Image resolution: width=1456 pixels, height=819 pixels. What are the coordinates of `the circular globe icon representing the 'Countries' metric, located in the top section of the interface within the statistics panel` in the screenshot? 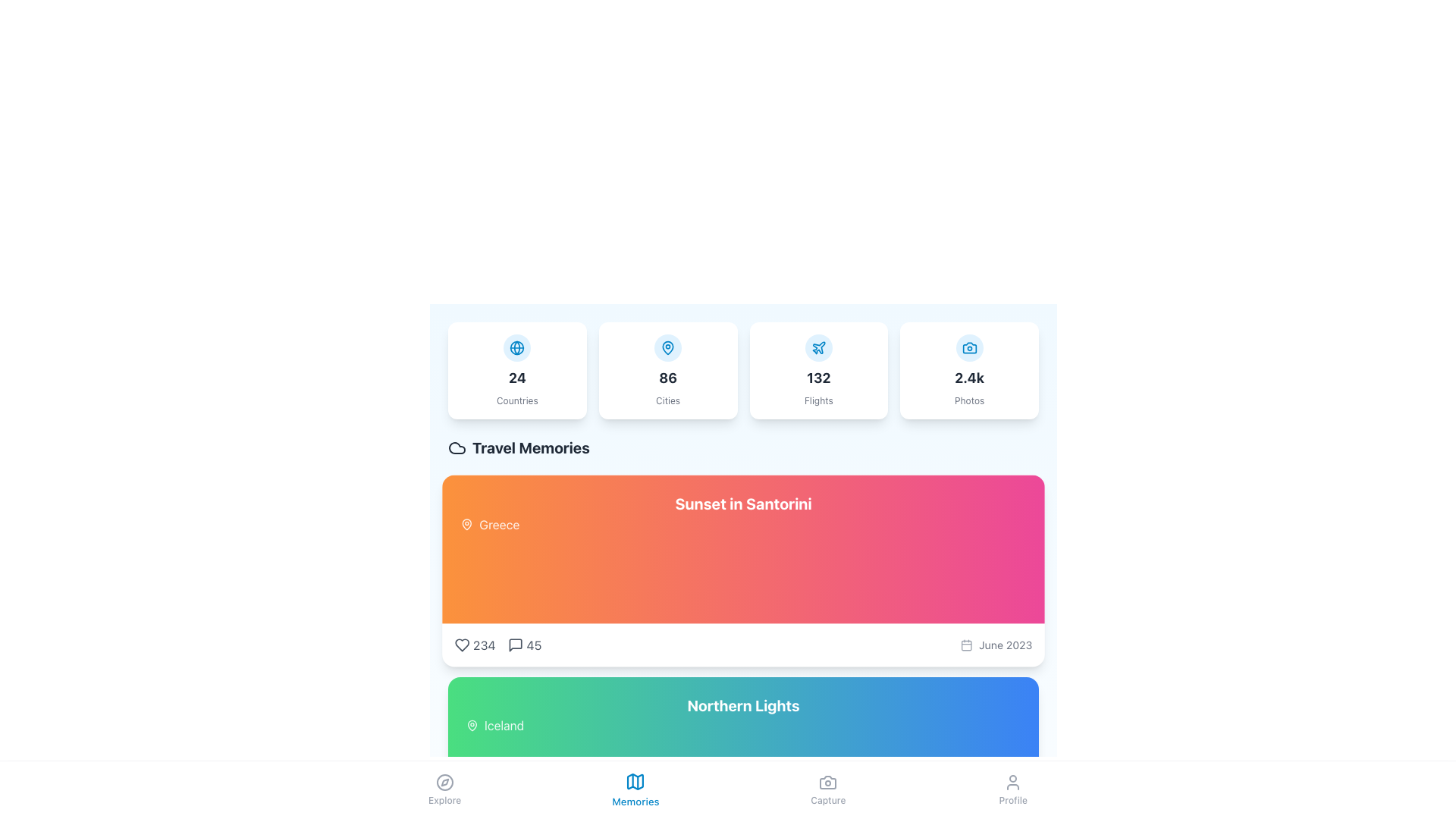 It's located at (517, 348).